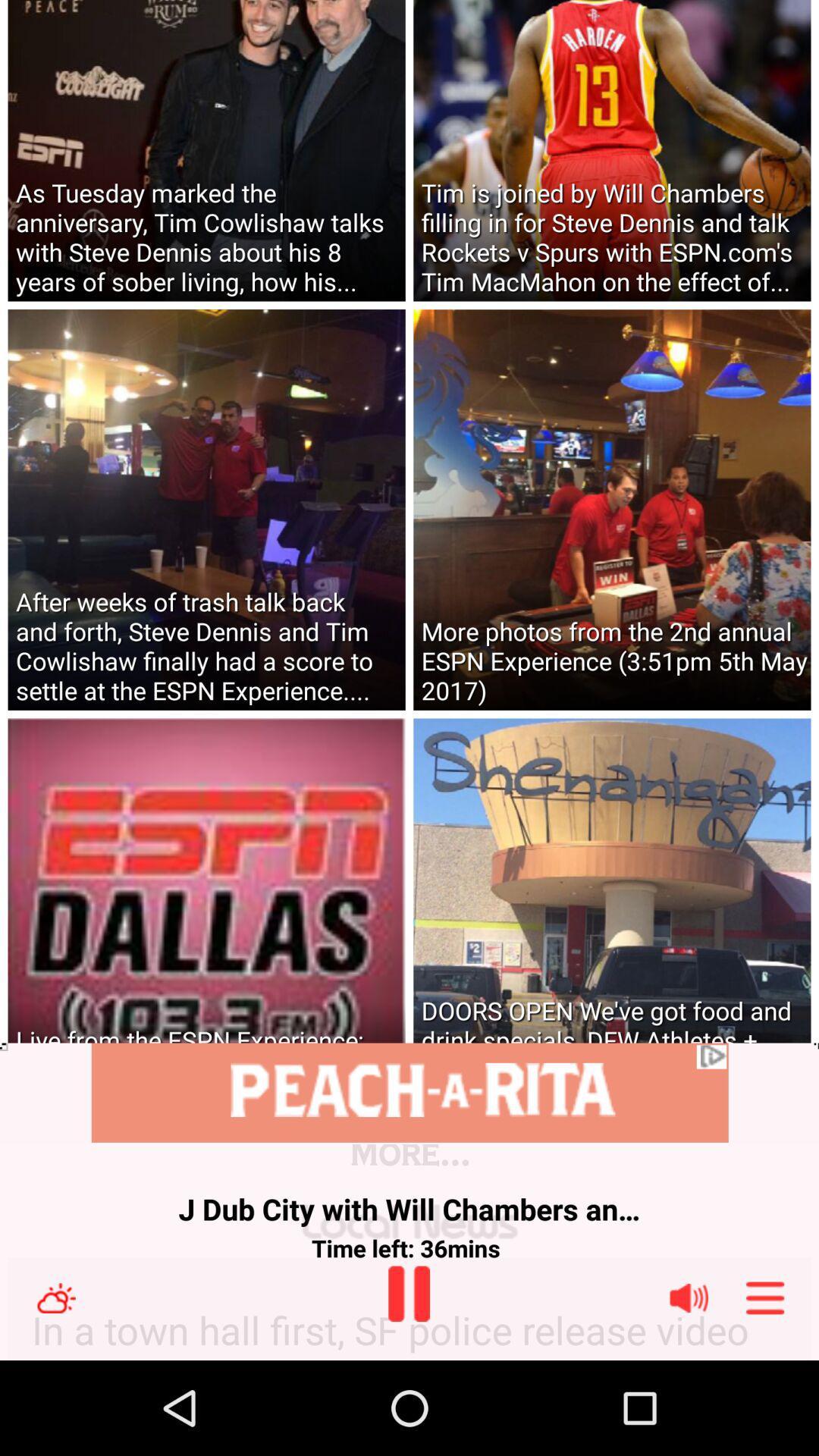 This screenshot has width=819, height=1456. I want to click on the volume icon, so click(689, 1389).